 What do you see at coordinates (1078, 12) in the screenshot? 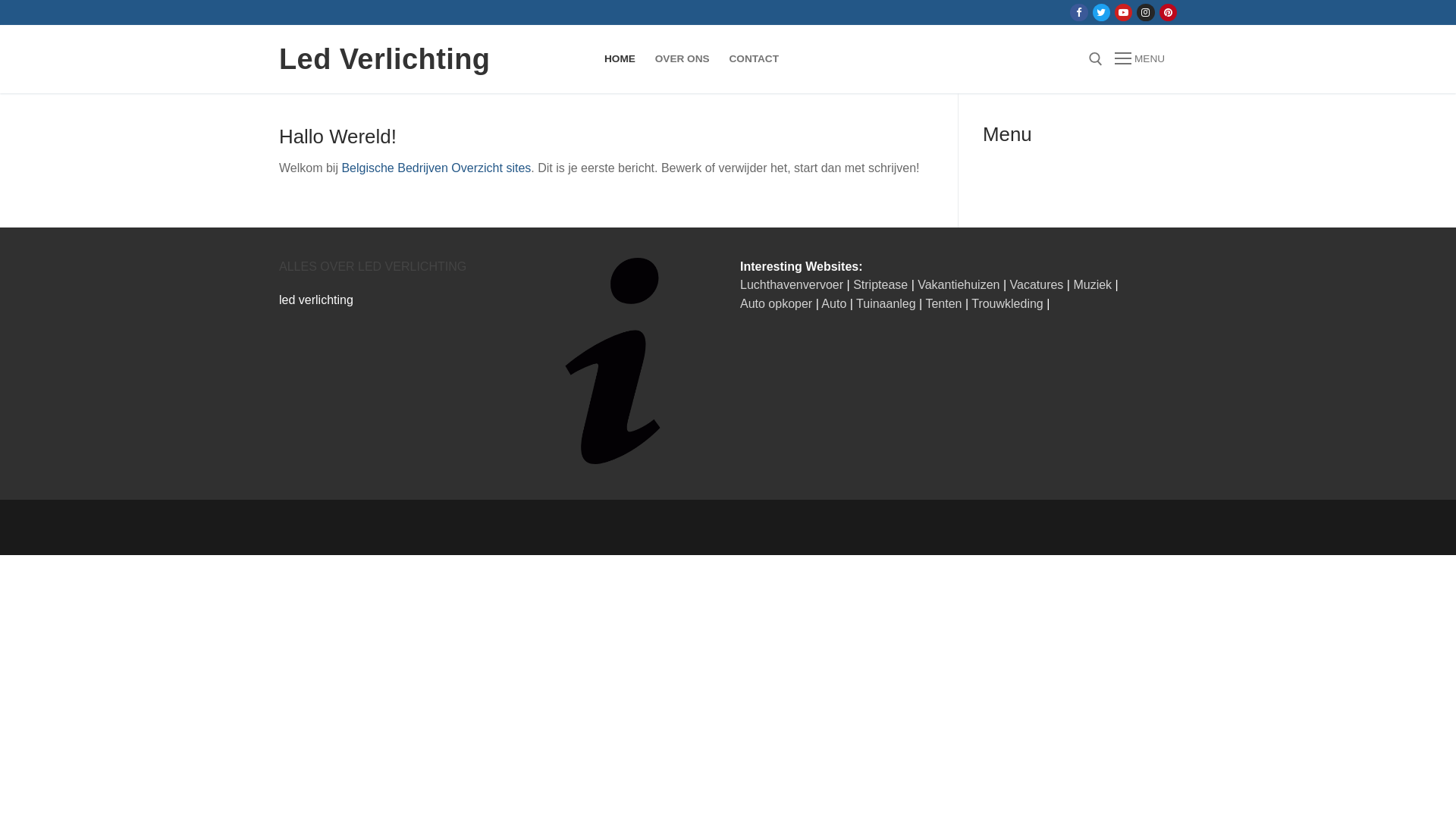
I see `'Facebook'` at bounding box center [1078, 12].